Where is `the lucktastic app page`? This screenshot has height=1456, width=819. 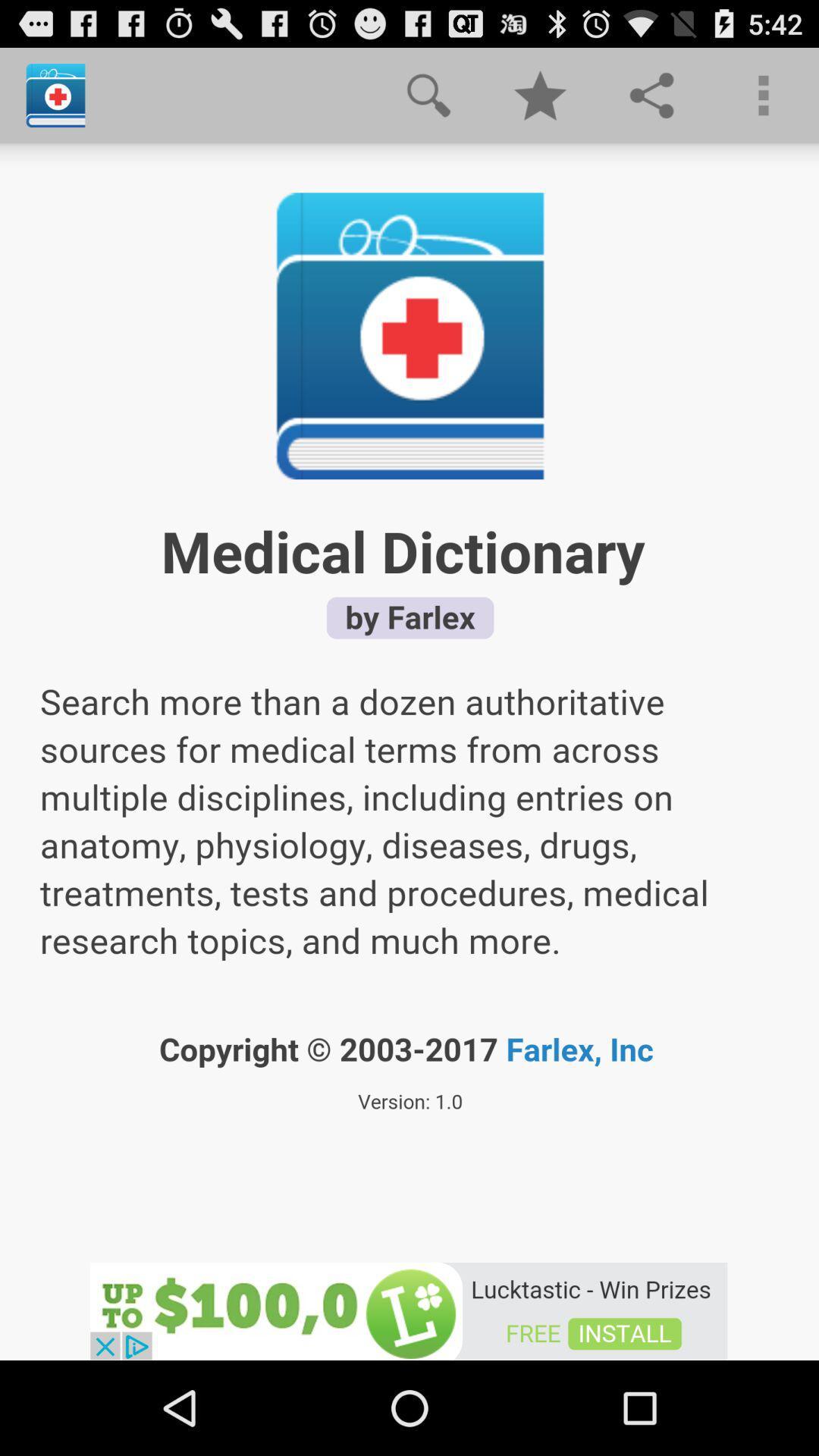 the lucktastic app page is located at coordinates (408, 1309).